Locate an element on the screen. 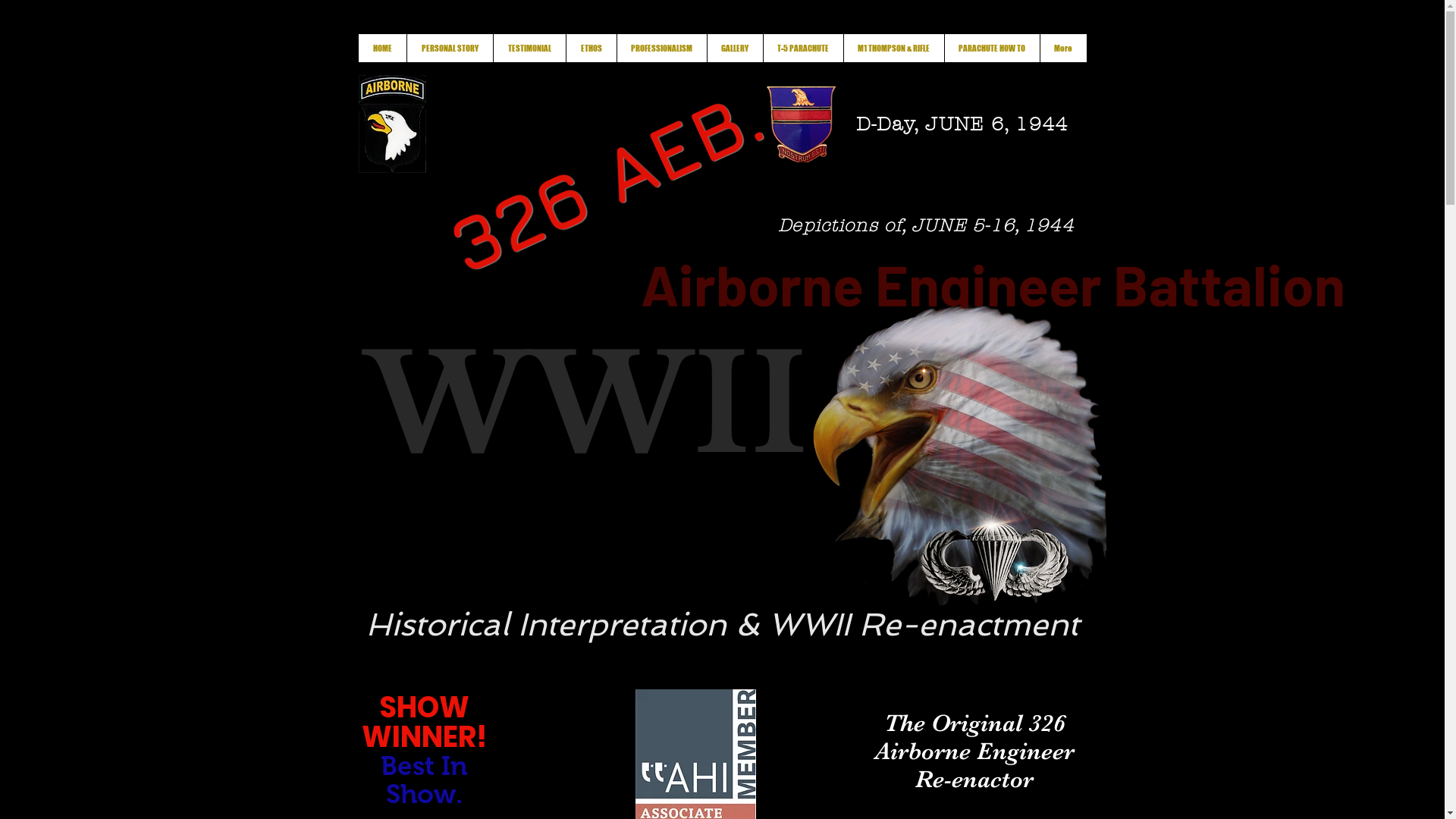  'PROFESSIONALISM' is located at coordinates (661, 47).